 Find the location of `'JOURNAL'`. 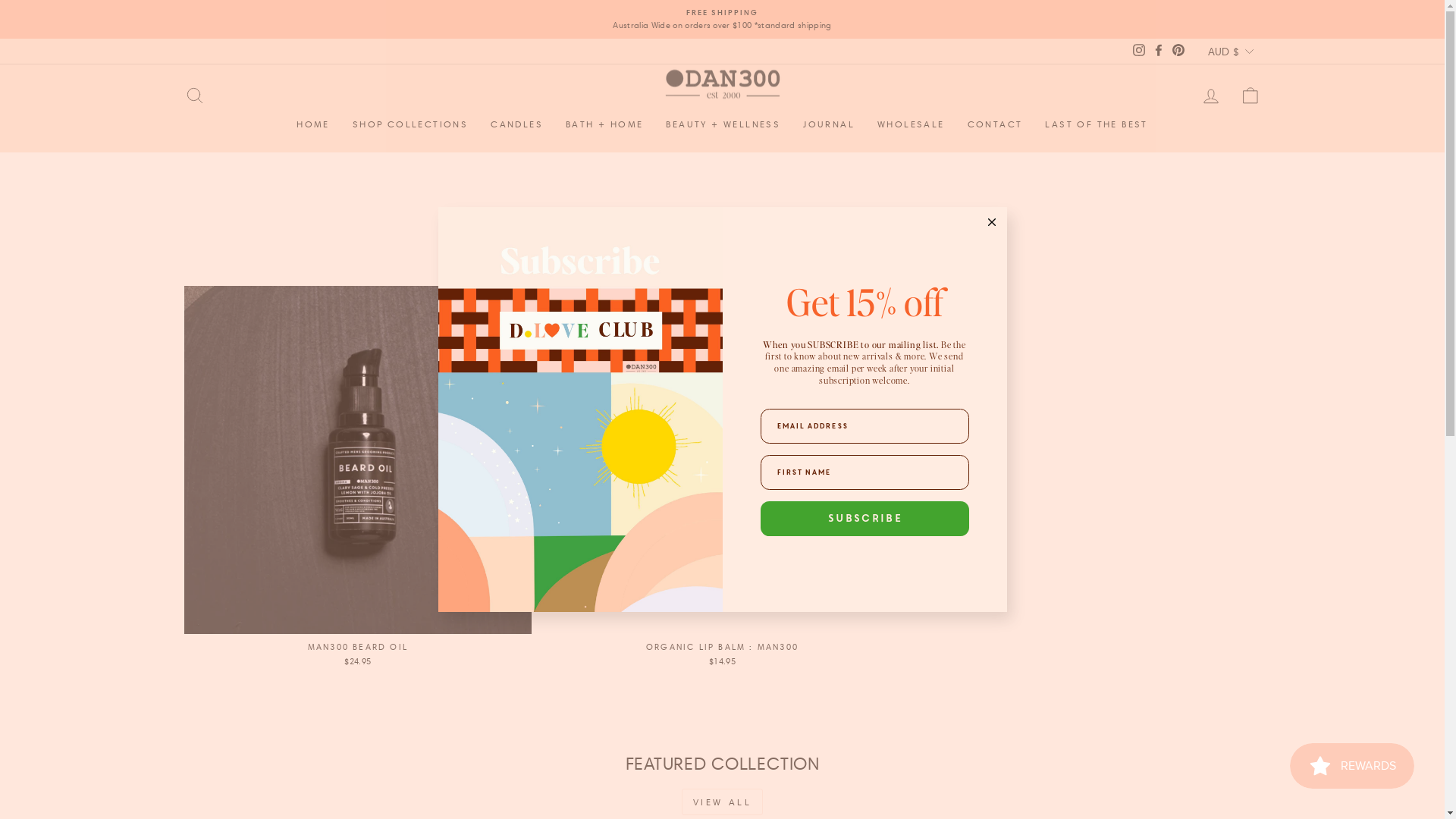

'JOURNAL' is located at coordinates (790, 124).